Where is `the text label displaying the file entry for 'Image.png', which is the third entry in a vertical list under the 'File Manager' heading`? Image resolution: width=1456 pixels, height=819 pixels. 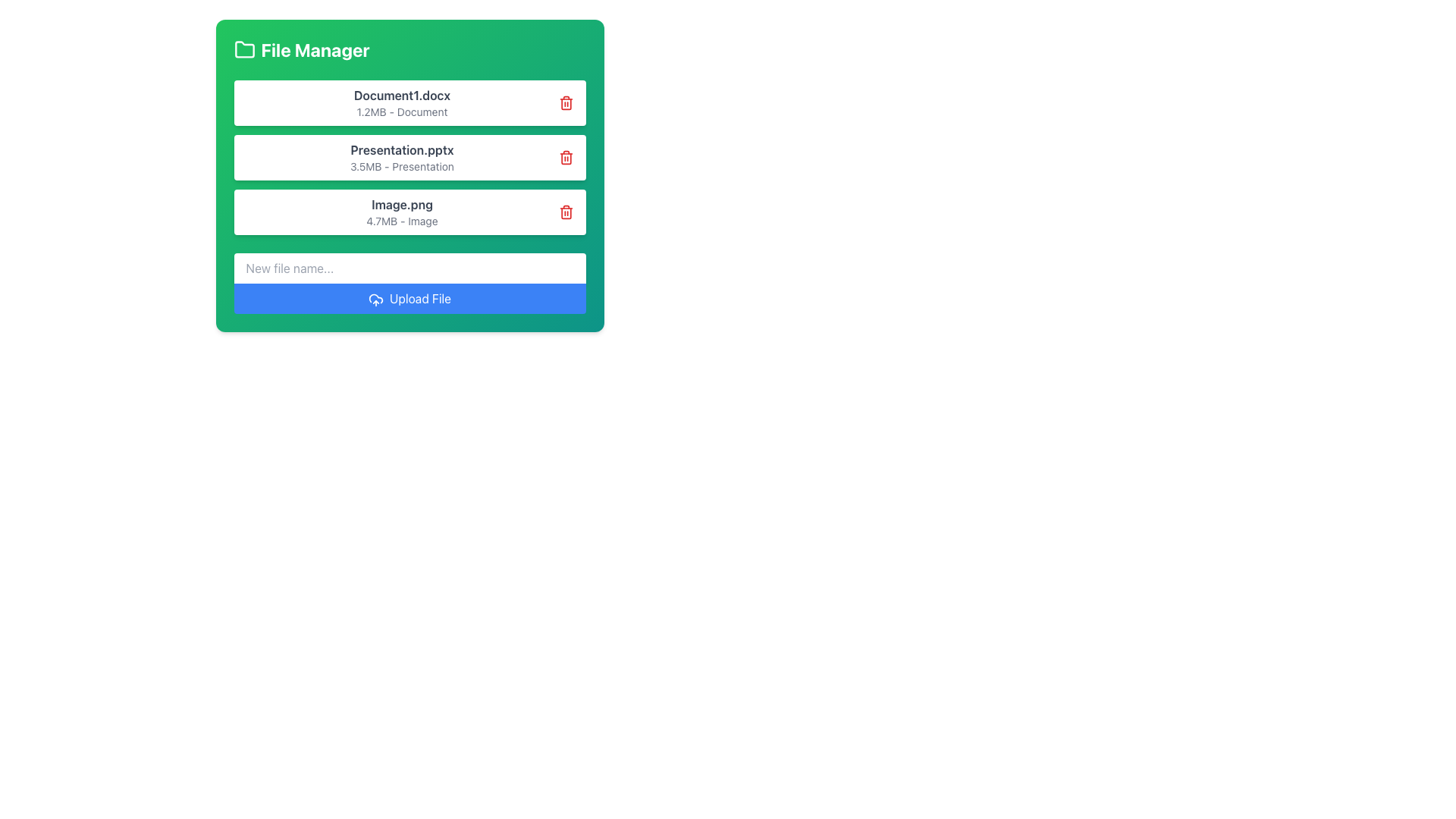
the text label displaying the file entry for 'Image.png', which is the third entry in a vertical list under the 'File Manager' heading is located at coordinates (402, 212).